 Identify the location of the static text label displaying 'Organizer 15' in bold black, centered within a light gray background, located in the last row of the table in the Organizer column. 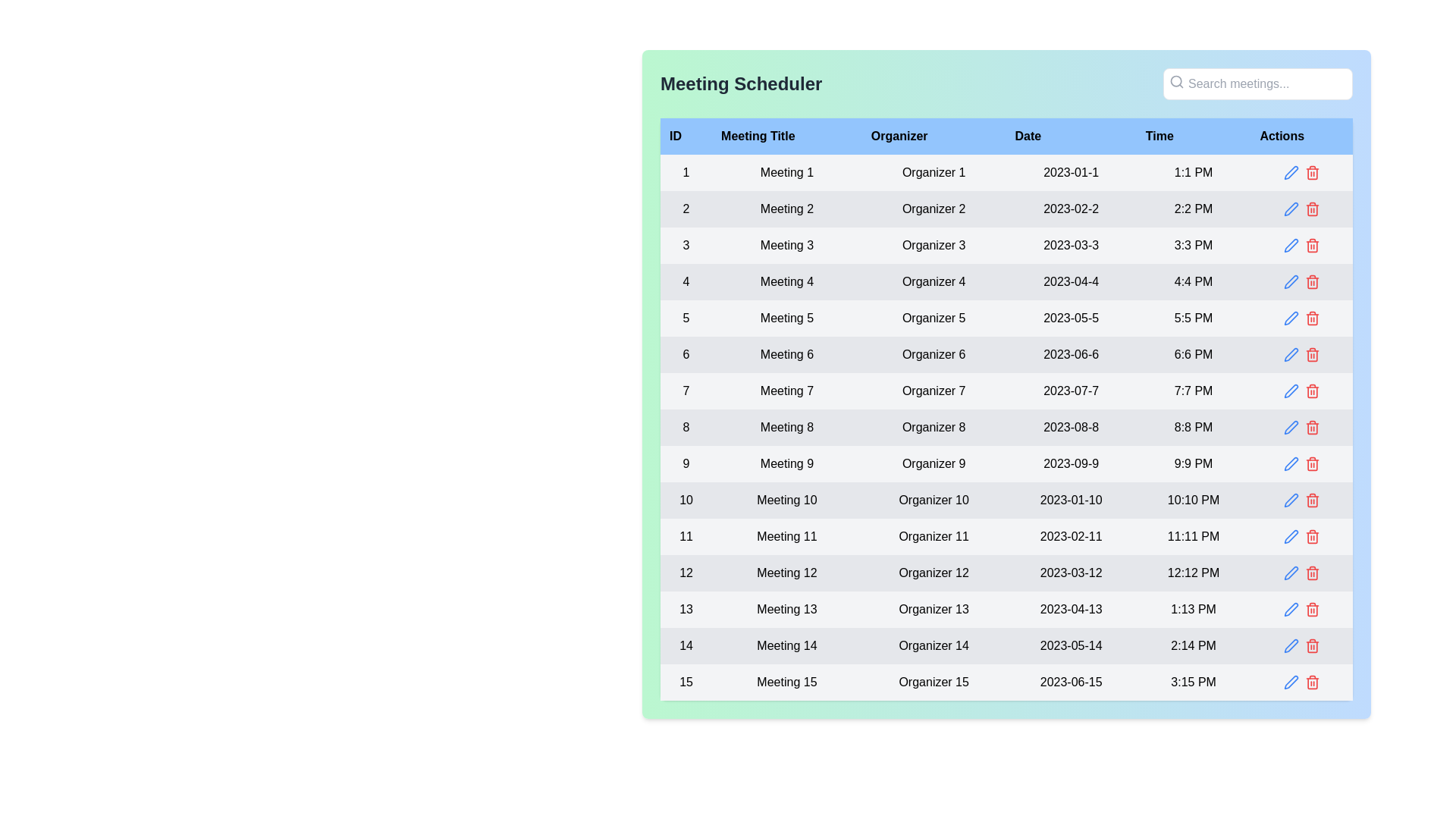
(933, 681).